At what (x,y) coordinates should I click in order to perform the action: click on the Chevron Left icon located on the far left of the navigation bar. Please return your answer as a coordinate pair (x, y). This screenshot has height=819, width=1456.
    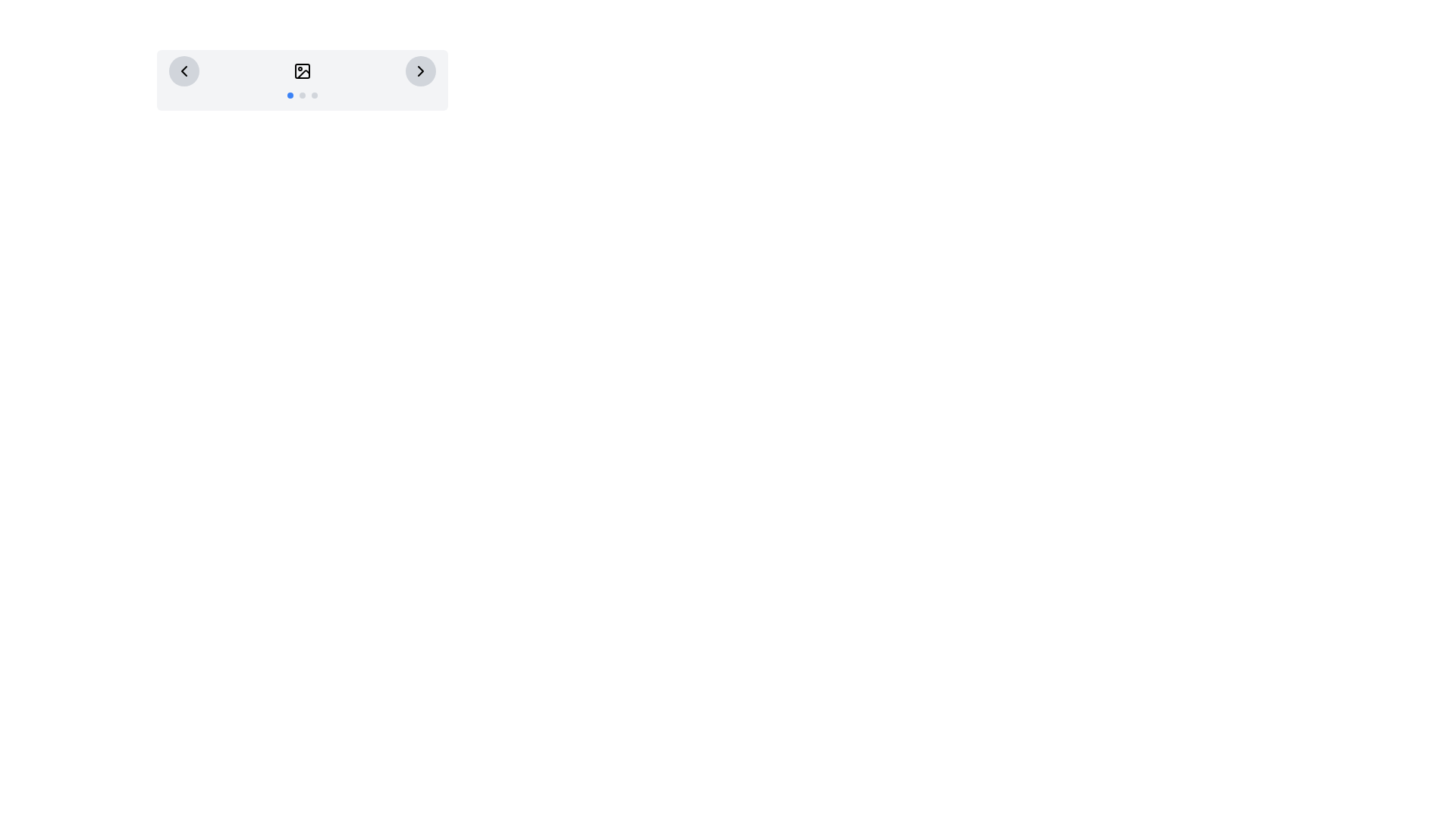
    Looking at the image, I should click on (183, 71).